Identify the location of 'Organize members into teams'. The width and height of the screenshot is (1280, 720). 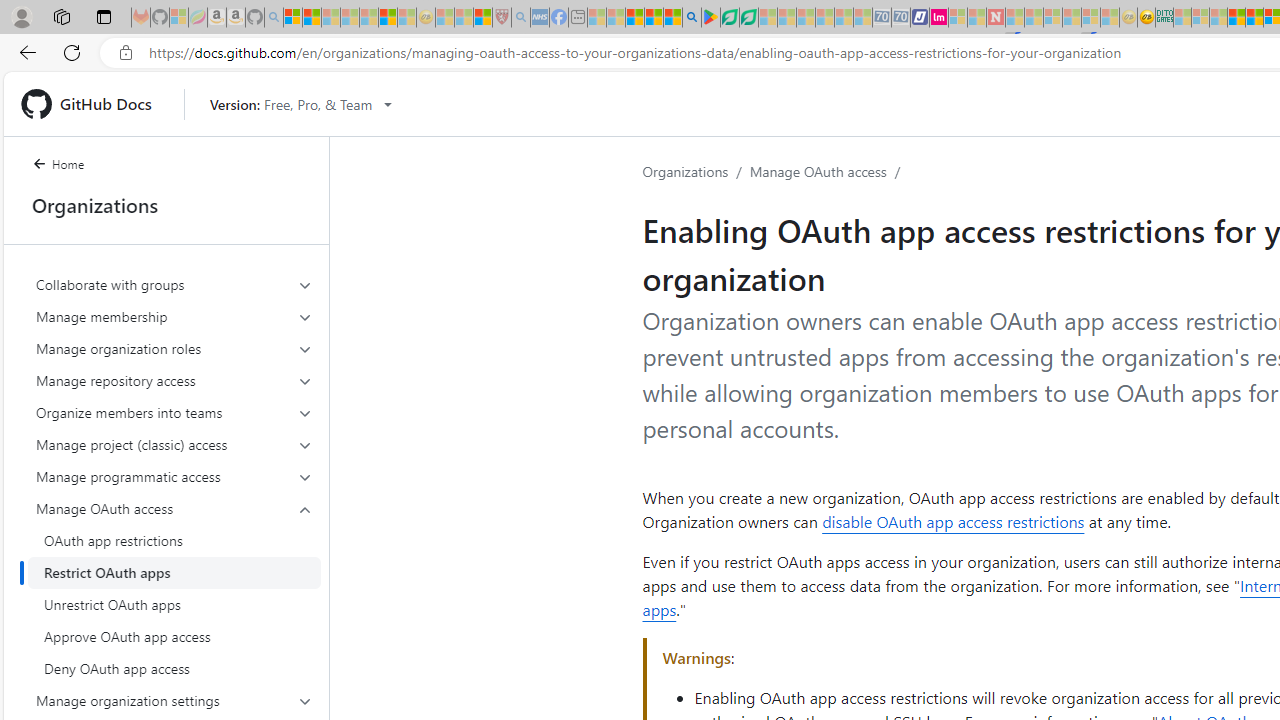
(174, 411).